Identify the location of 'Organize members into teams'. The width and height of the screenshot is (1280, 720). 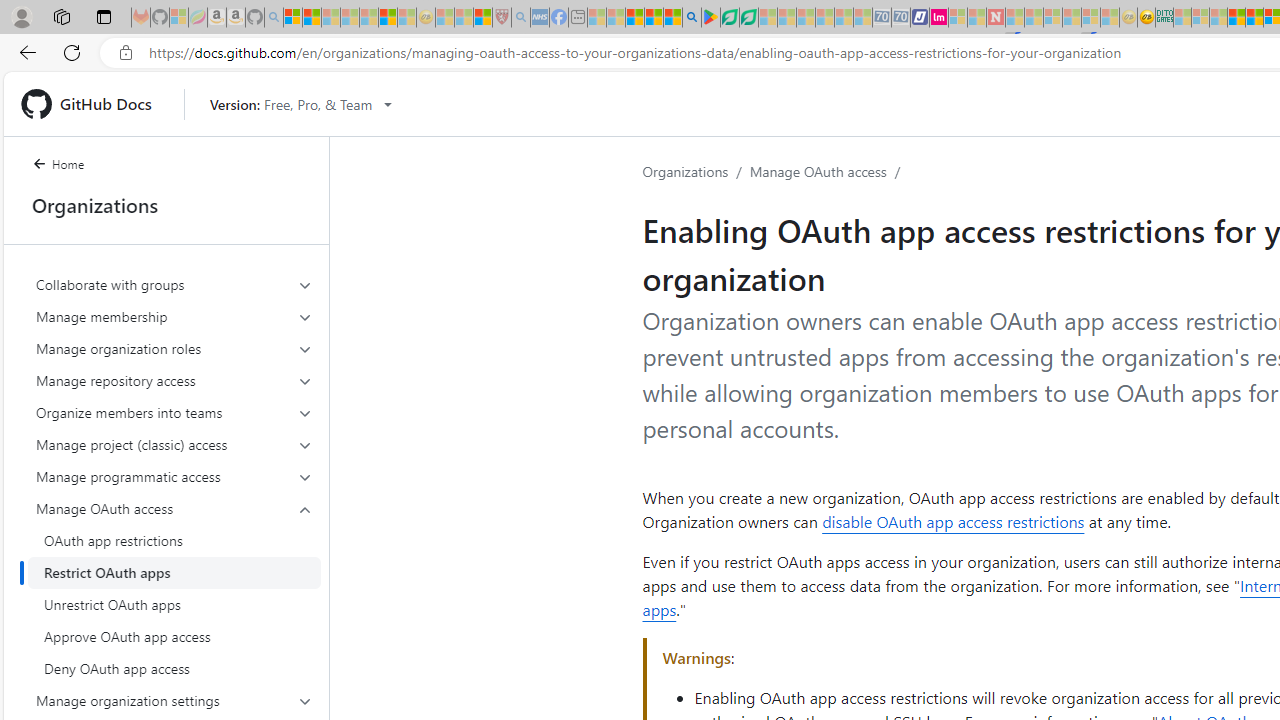
(174, 411).